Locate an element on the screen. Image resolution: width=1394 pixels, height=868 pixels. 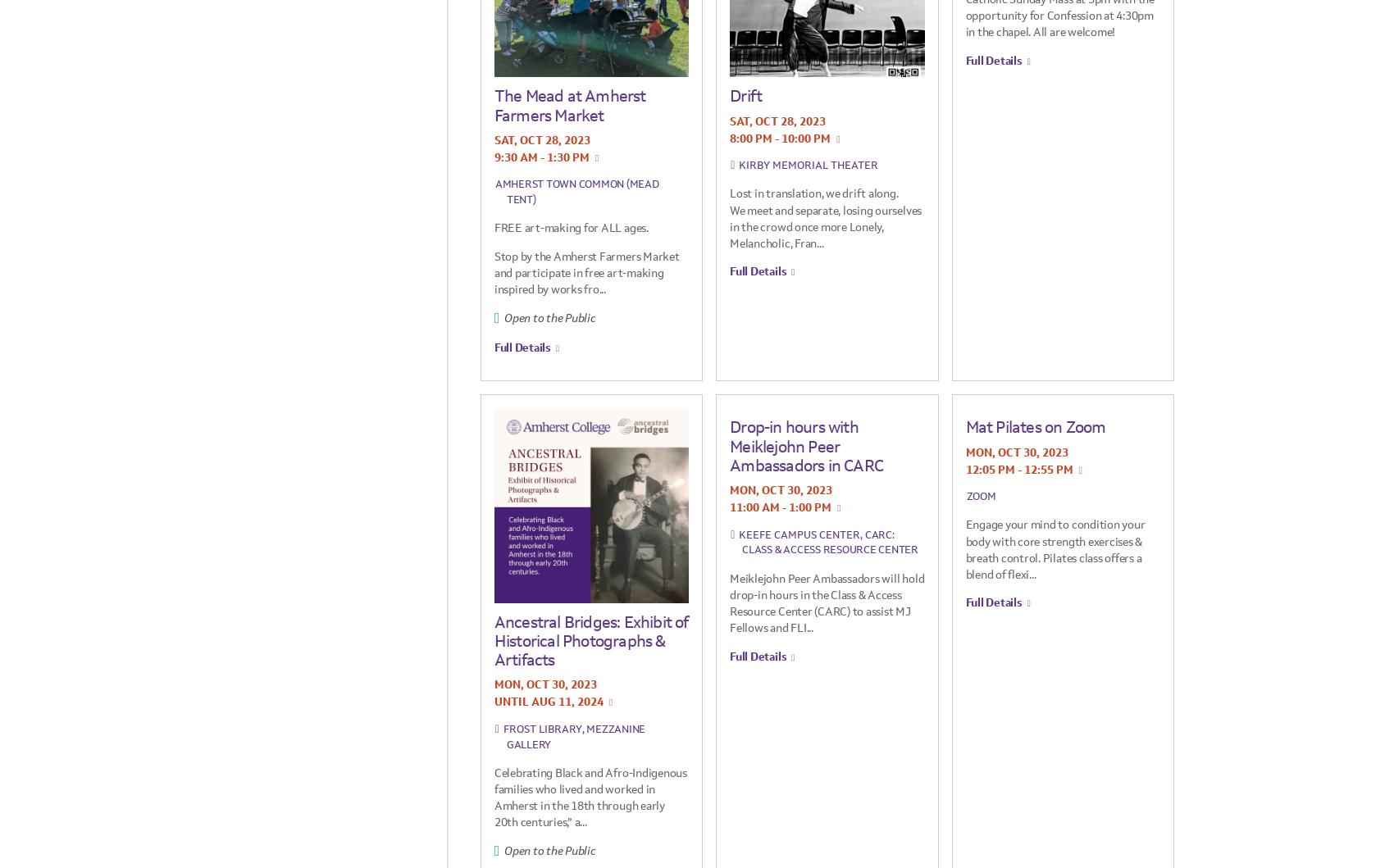
'Amherst Town Common (Mead Tent)' is located at coordinates (576, 192).